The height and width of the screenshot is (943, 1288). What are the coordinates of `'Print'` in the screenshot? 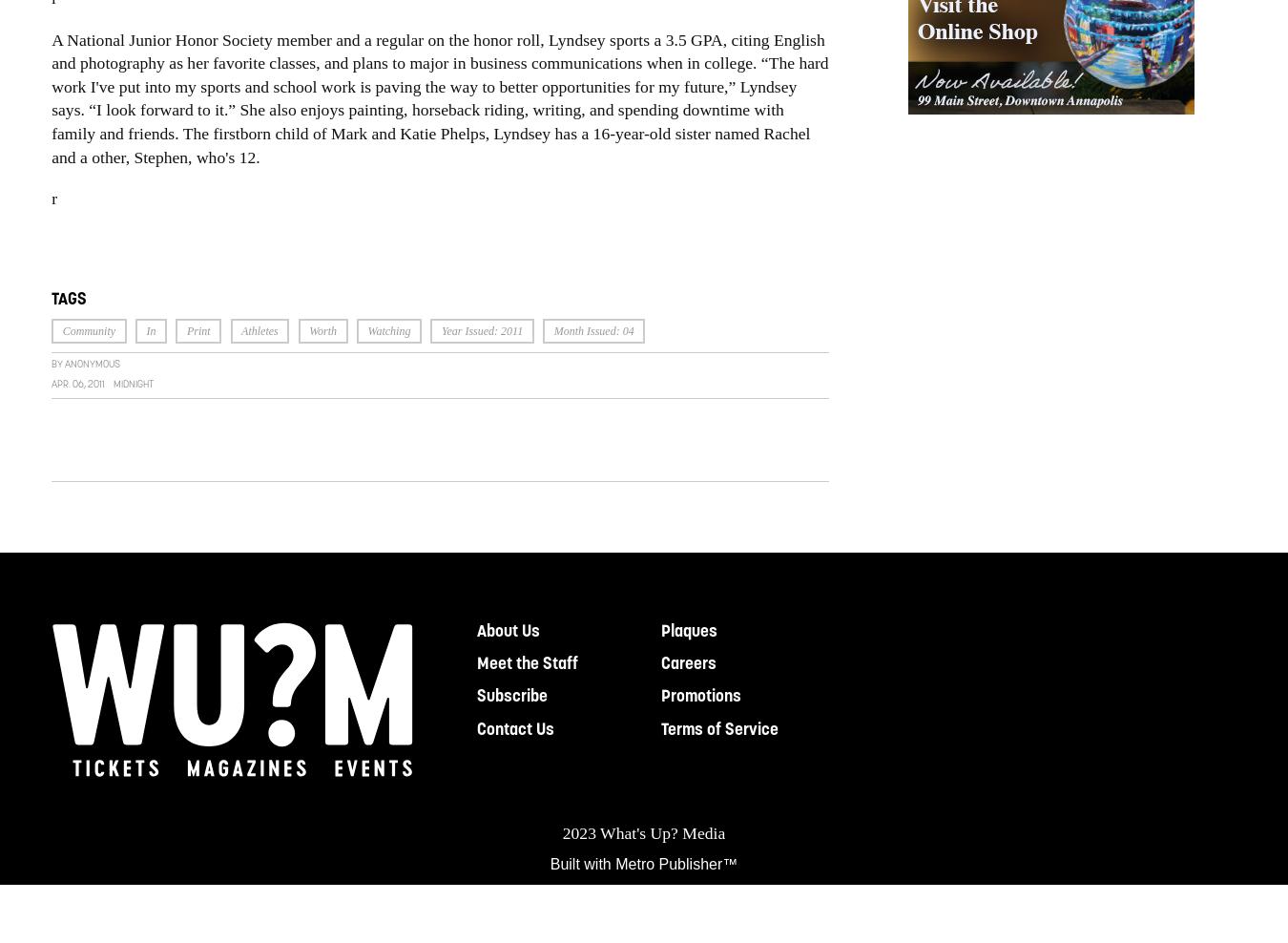 It's located at (187, 329).